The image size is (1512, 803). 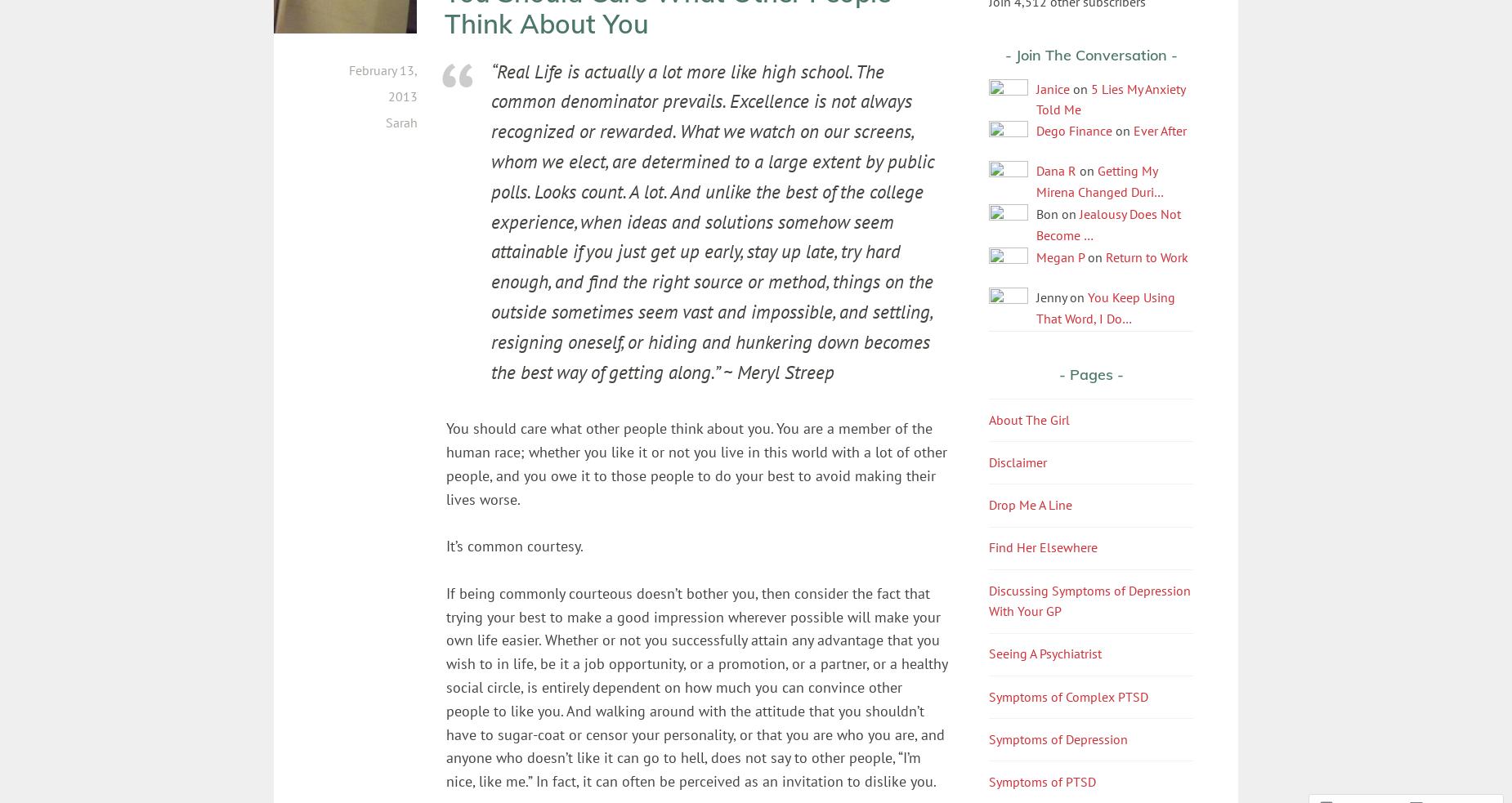 What do you see at coordinates (1147, 257) in the screenshot?
I see `'Return to Work'` at bounding box center [1147, 257].